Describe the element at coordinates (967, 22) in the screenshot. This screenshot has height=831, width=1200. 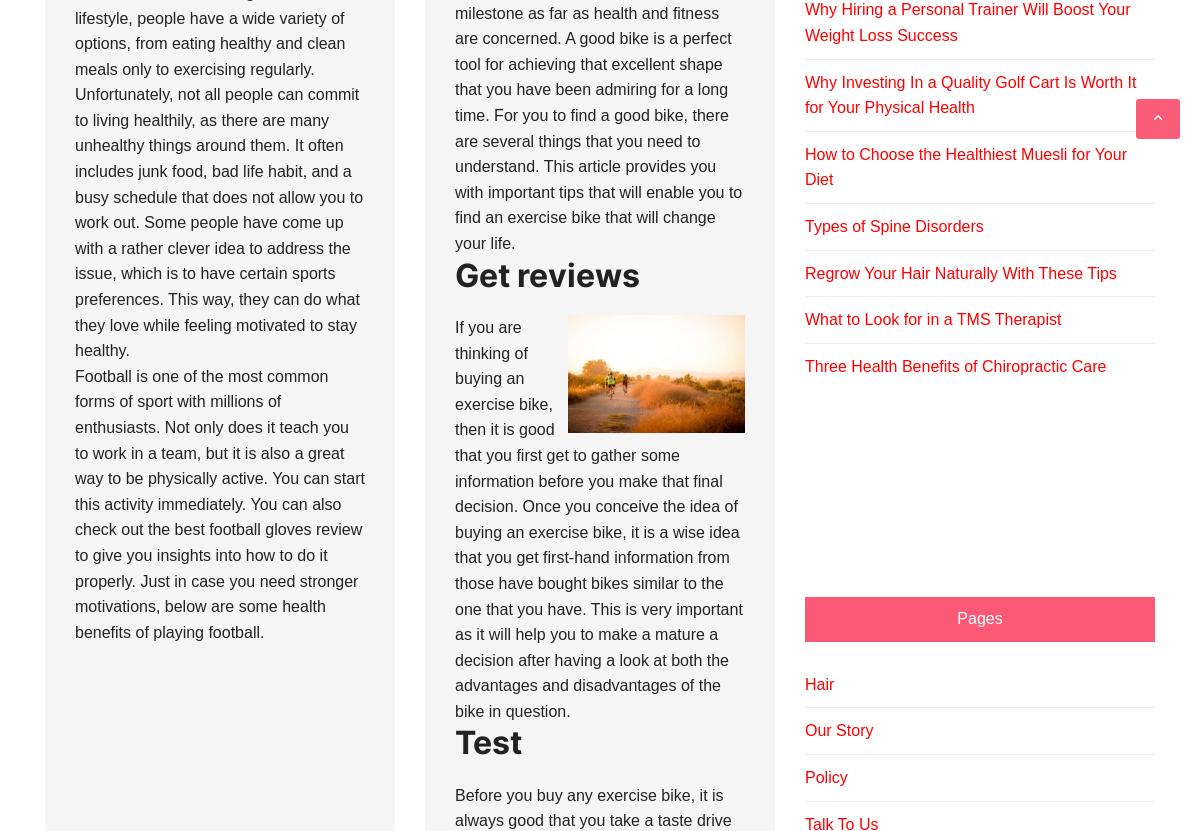
I see `'Why Hiring a Personal Trainer Will Boost Your Weight Loss Success'` at that location.